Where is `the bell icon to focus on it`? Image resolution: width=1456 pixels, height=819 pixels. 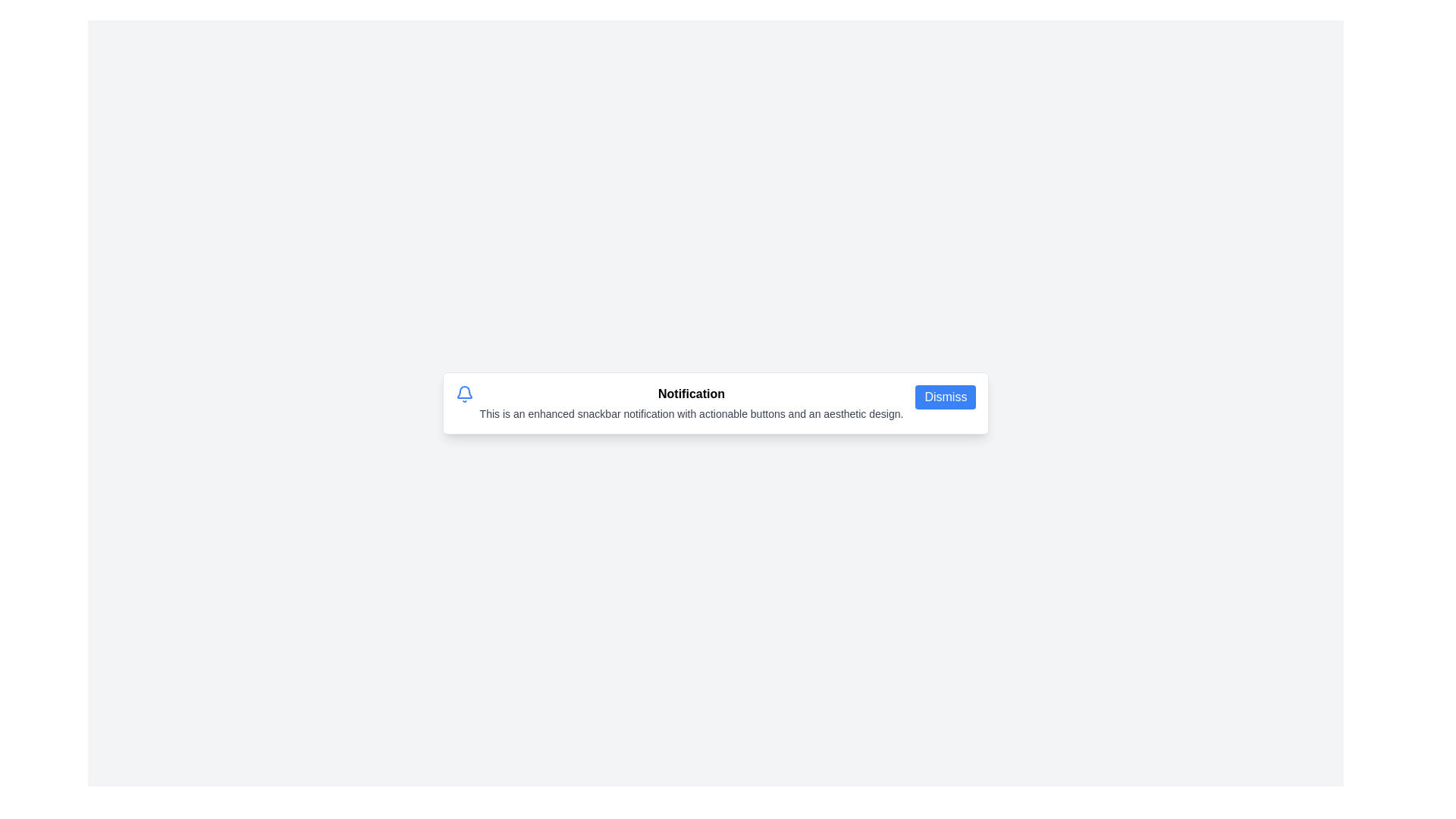 the bell icon to focus on it is located at coordinates (463, 394).